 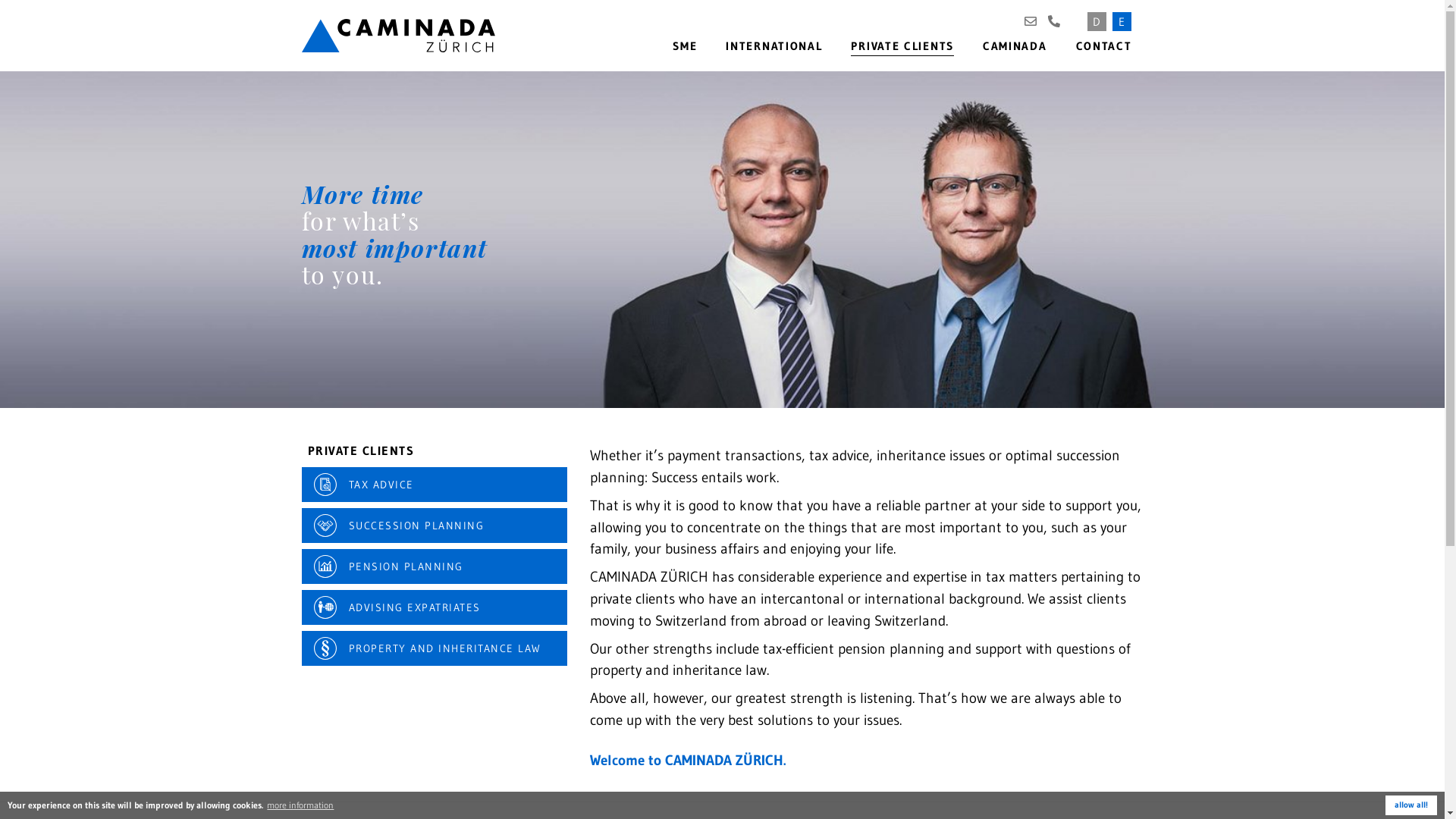 I want to click on 'INTERNATIONAL', so click(x=713, y=45).